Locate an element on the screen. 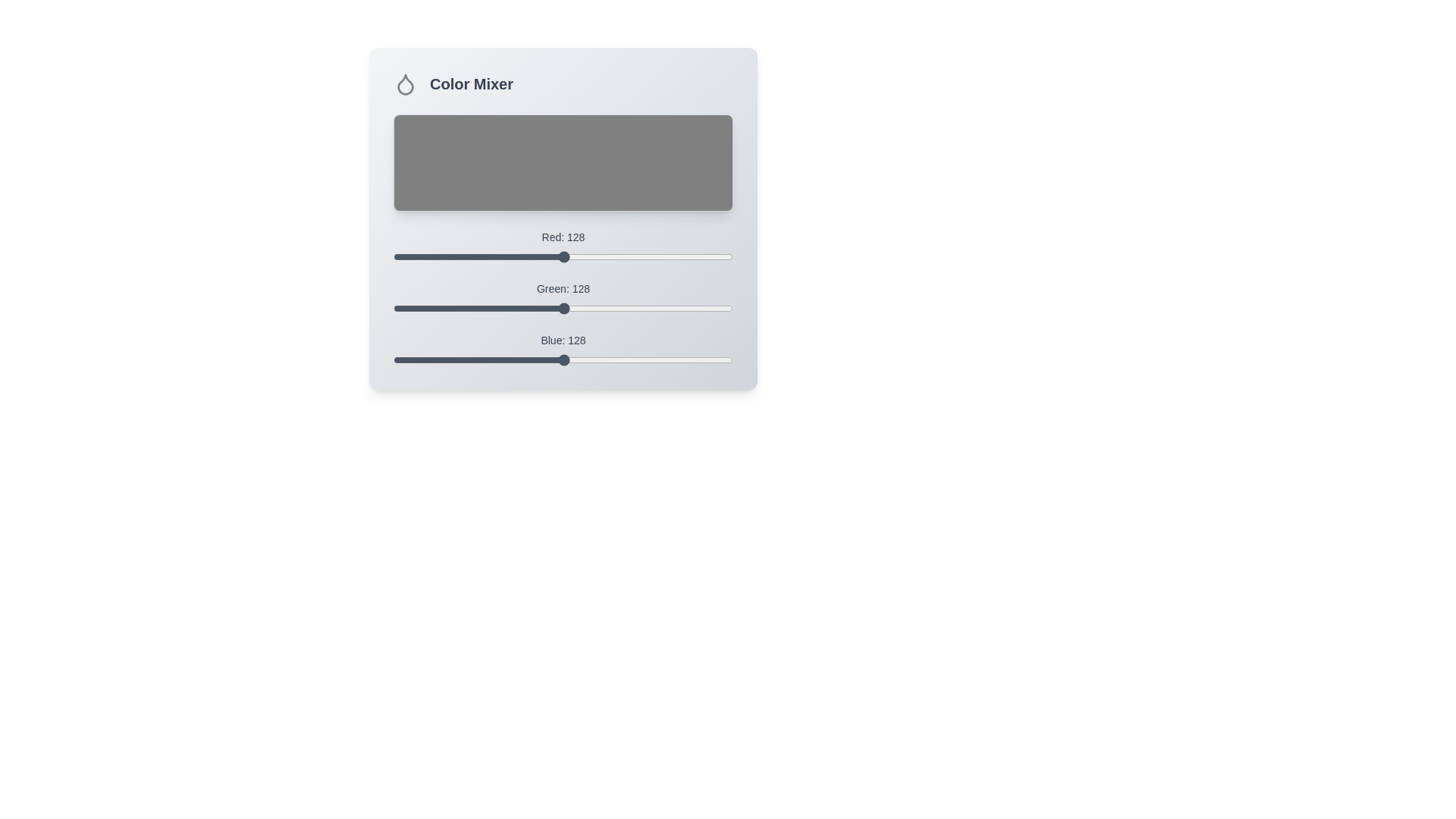  the red color slider to set the red value to 131 is located at coordinates (567, 256).